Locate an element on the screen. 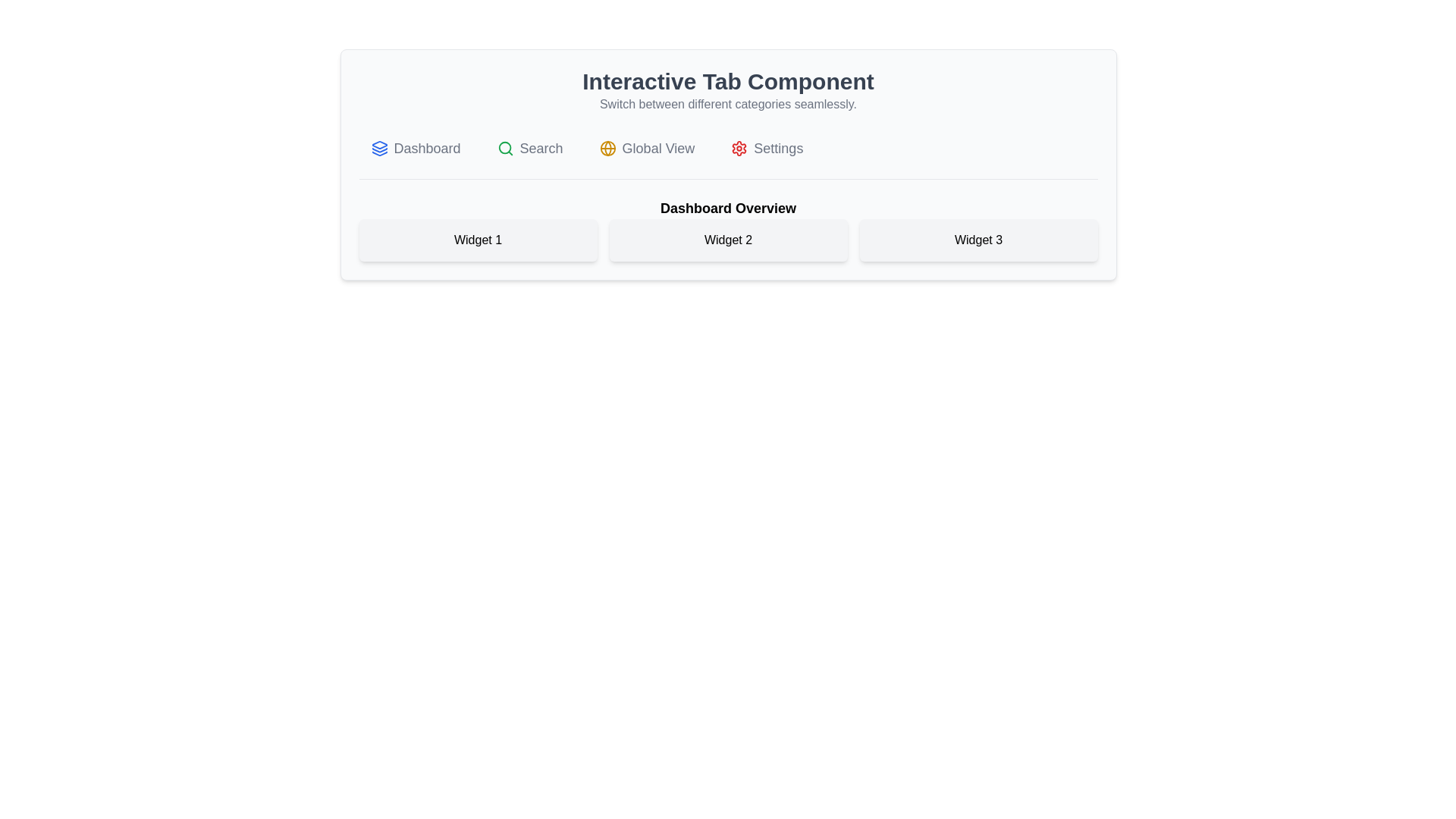 Image resolution: width=1456 pixels, height=819 pixels. the static textual display box that indicates 'Widget 2' information, positioned in the central column of a three-column layout between 'Widget 1' and 'Widget 3' is located at coordinates (728, 239).